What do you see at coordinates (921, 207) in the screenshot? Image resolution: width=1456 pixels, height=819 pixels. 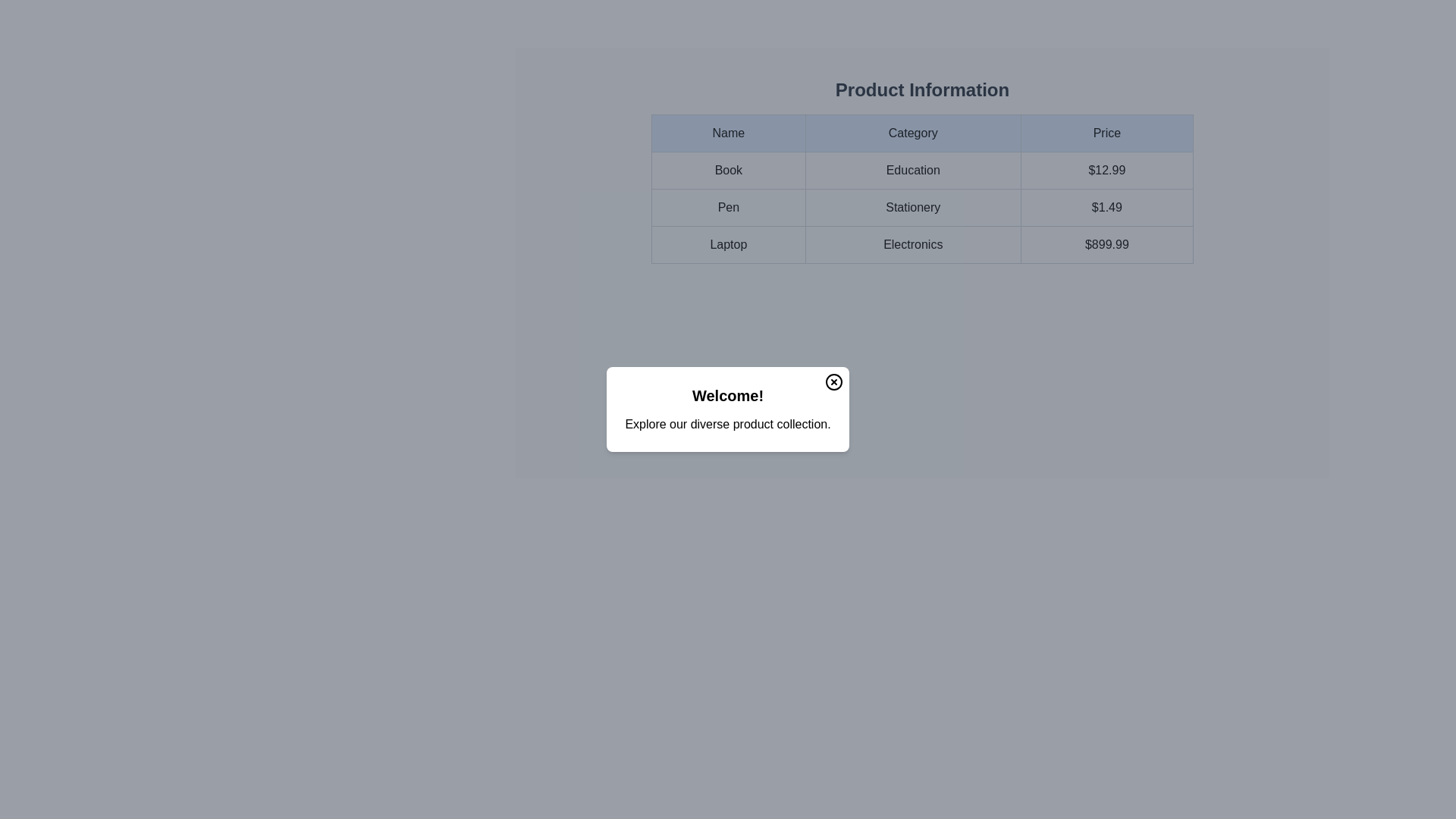 I see `text 'Stationery' located in the 'Category' column of the table under the row labeled 'Pen'` at bounding box center [921, 207].